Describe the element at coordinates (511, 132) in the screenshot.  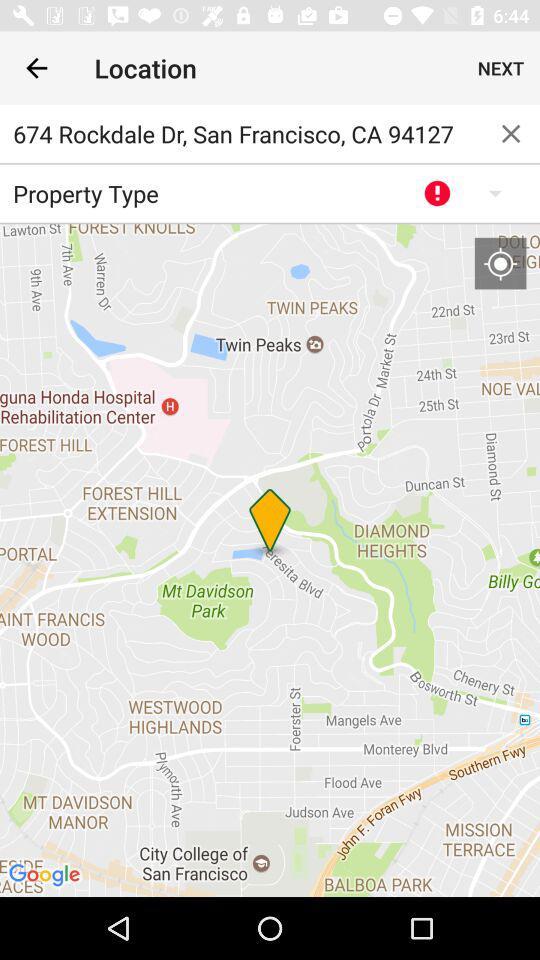
I see `the item to the right of 674 rockdale dr` at that location.